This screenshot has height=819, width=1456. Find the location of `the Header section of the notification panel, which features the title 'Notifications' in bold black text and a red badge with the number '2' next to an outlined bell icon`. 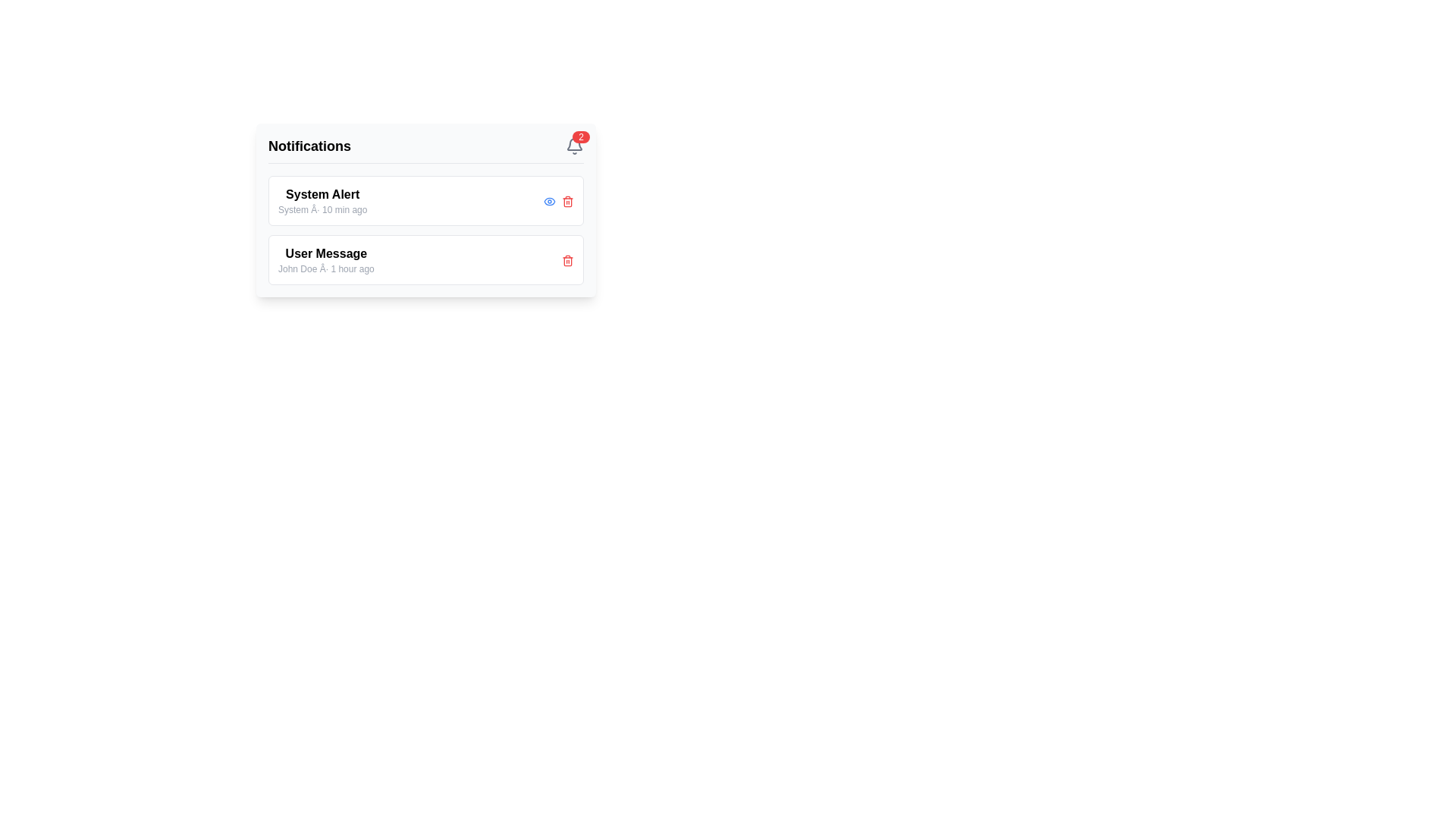

the Header section of the notification panel, which features the title 'Notifications' in bold black text and a red badge with the number '2' next to an outlined bell icon is located at coordinates (425, 149).